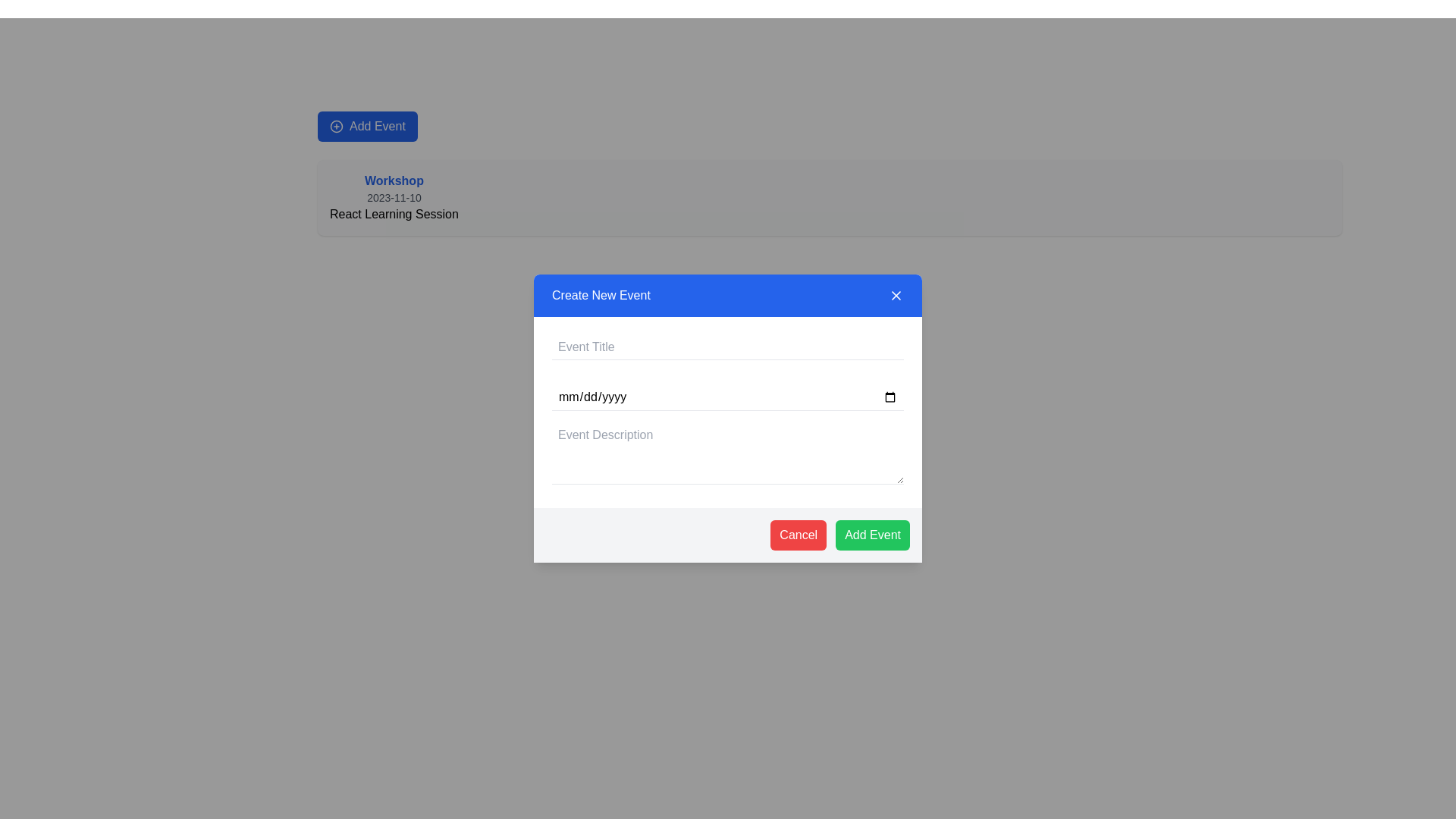 This screenshot has height=819, width=1456. I want to click on the 'X' icon button in the top right corner of the 'Create New Event' modal header, so click(896, 295).